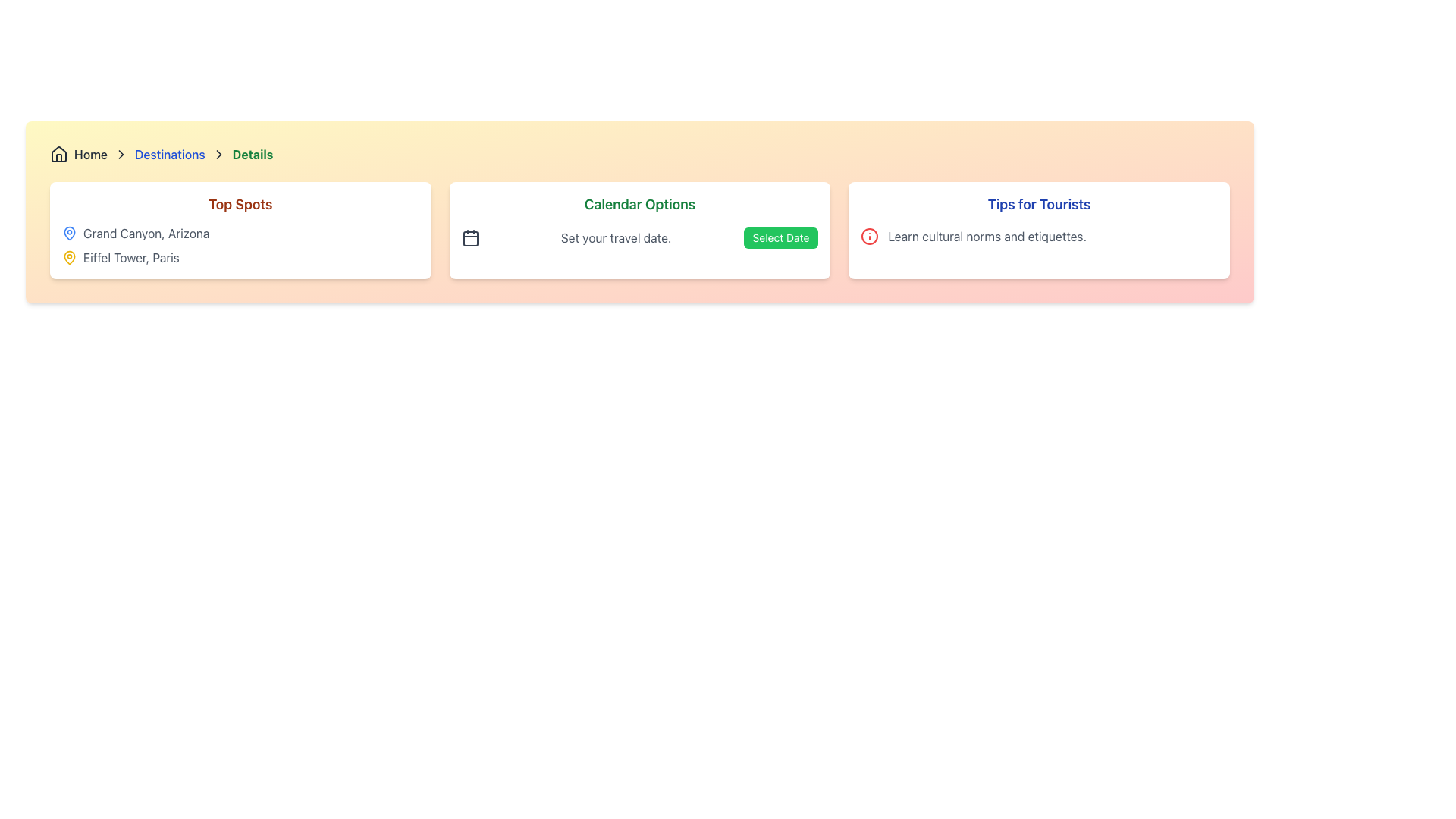  I want to click on the arrow icon located to the right of the 'Destinations' text in the breadcrumb navigation bar to interact with it, so click(218, 155).